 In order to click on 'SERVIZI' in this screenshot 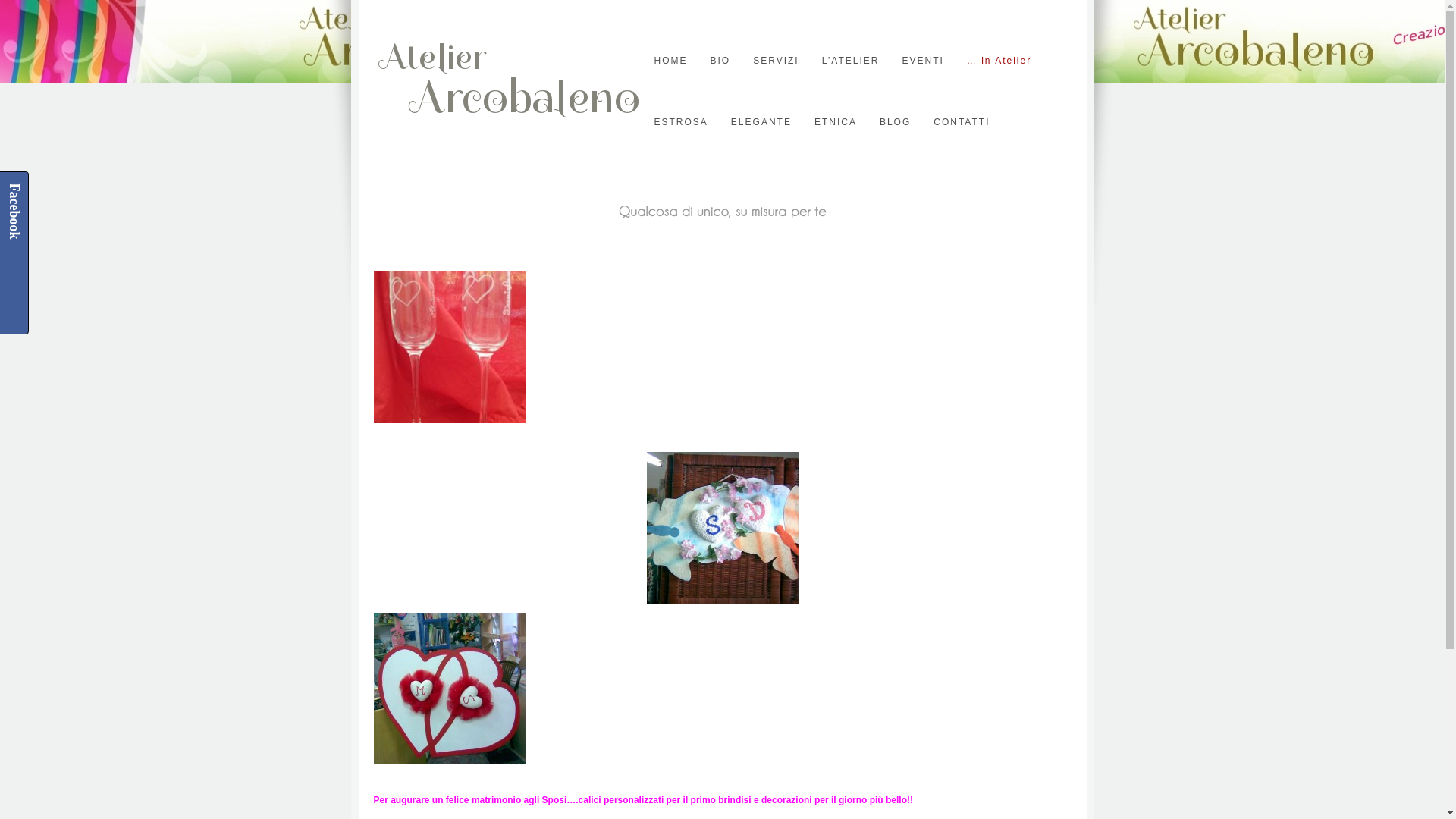, I will do `click(753, 60)`.